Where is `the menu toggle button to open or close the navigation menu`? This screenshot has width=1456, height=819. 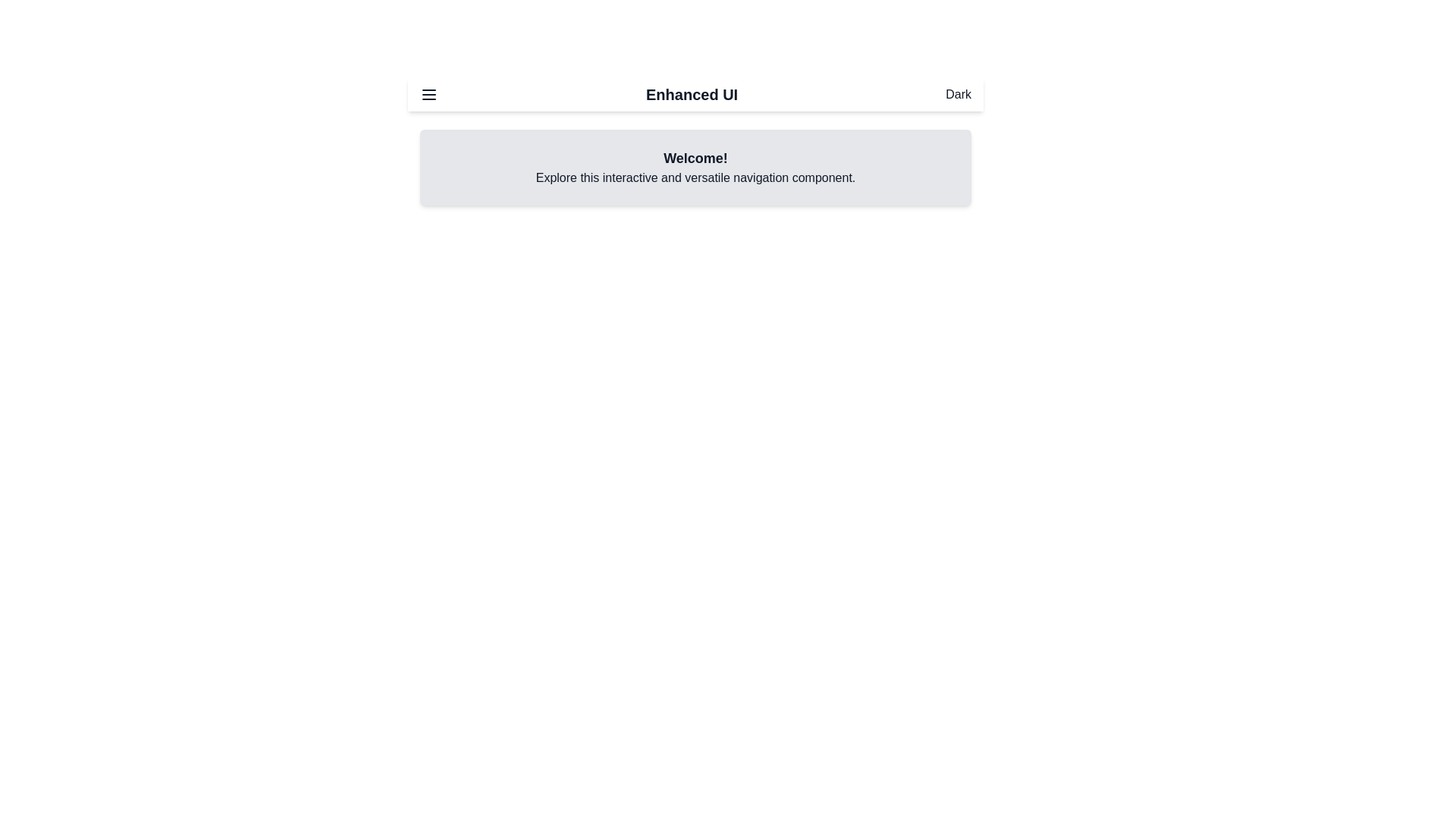 the menu toggle button to open or close the navigation menu is located at coordinates (428, 94).